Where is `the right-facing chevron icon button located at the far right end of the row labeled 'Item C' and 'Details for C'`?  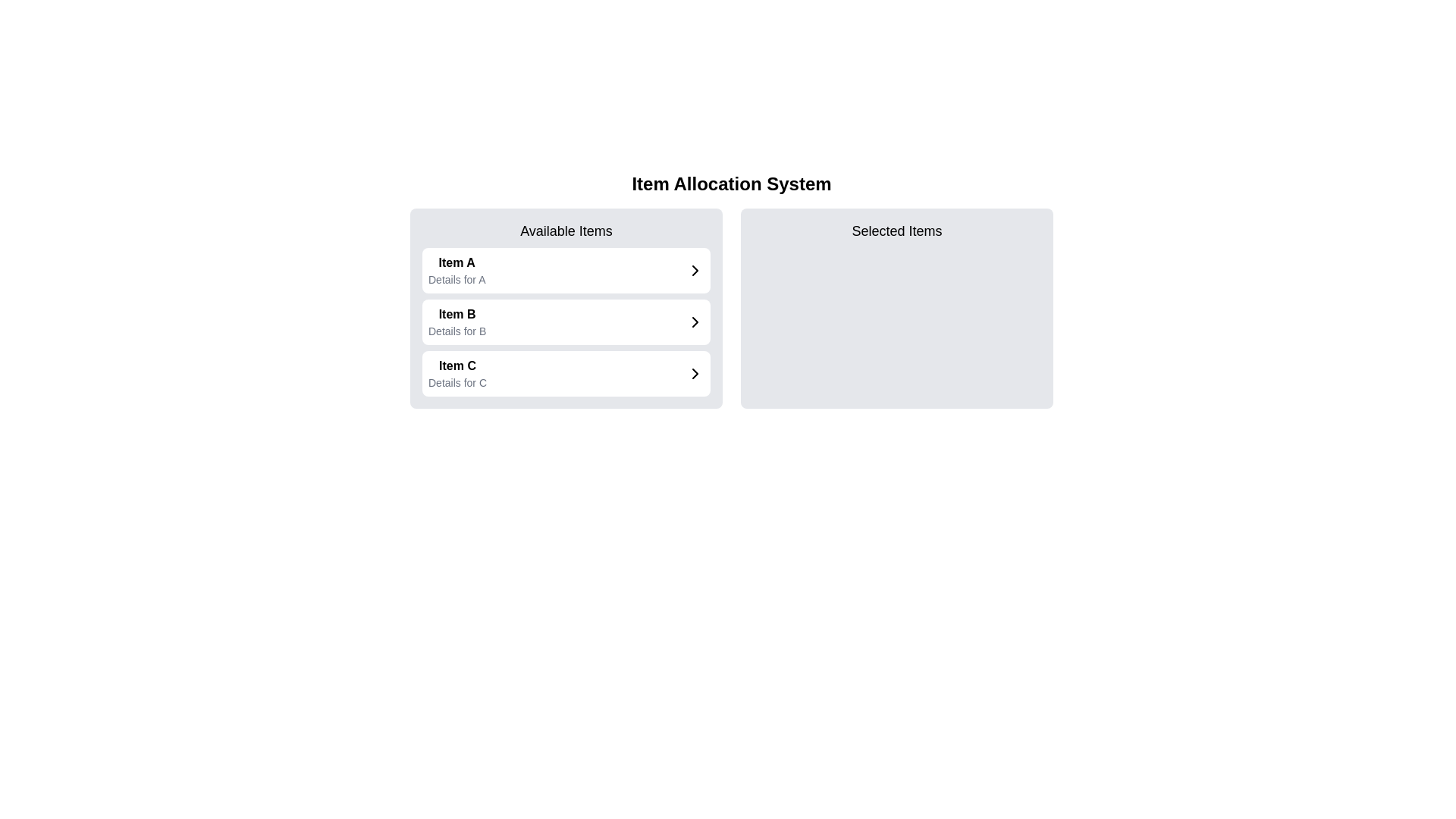
the right-facing chevron icon button located at the far right end of the row labeled 'Item C' and 'Details for C' is located at coordinates (694, 374).